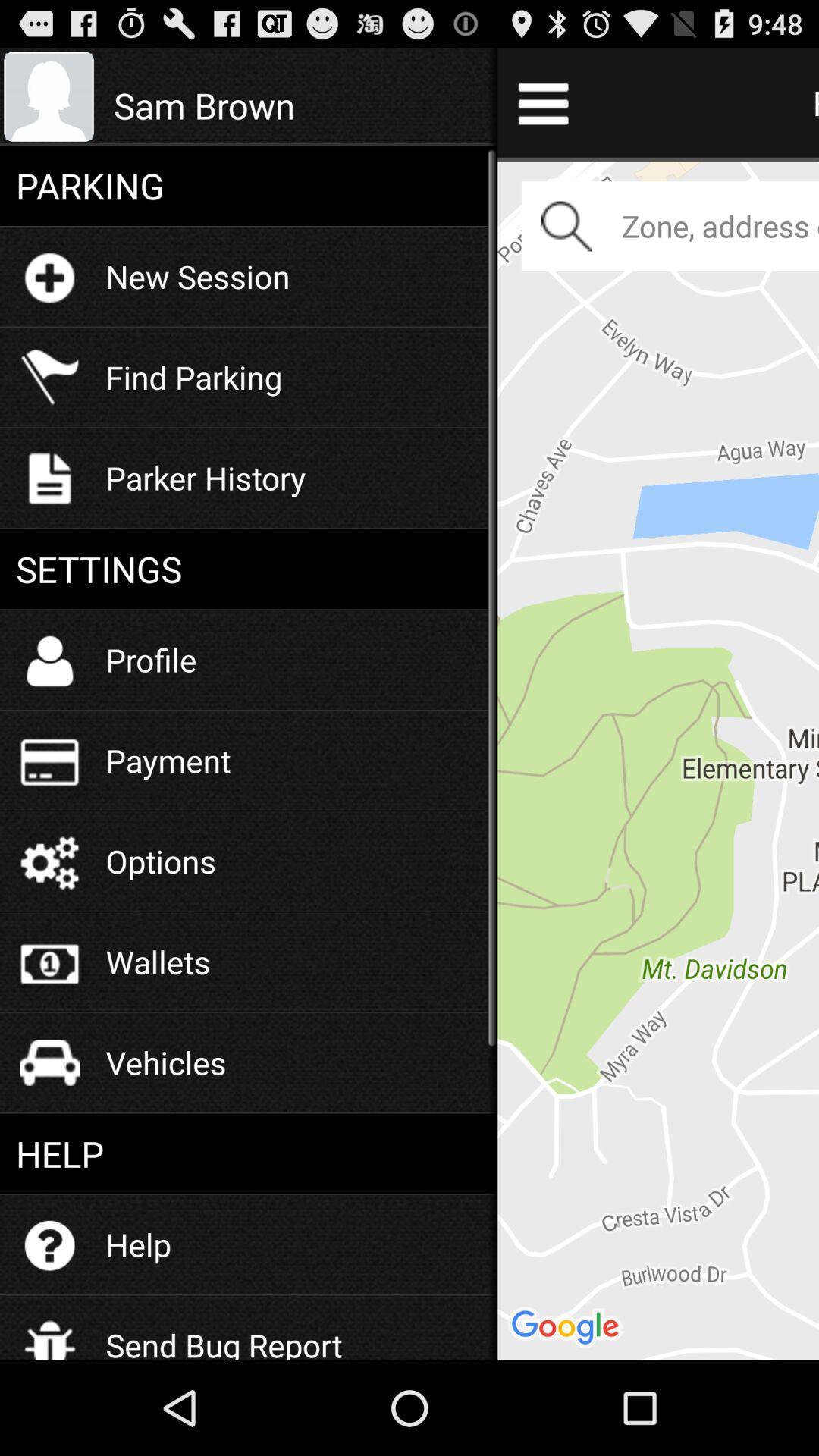 The image size is (819, 1456). Describe the element at coordinates (206, 476) in the screenshot. I see `the parker history item` at that location.